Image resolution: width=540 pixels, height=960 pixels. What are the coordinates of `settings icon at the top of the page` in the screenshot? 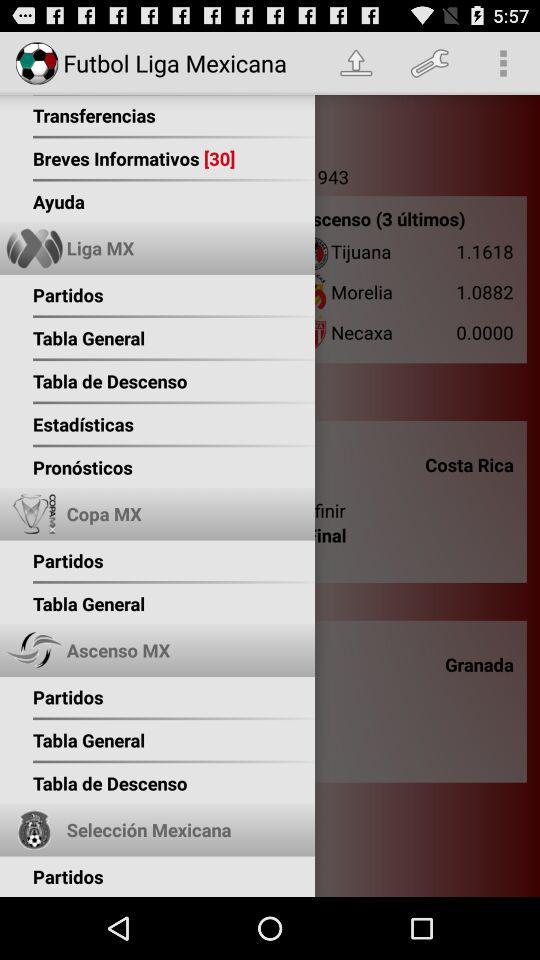 It's located at (429, 63).